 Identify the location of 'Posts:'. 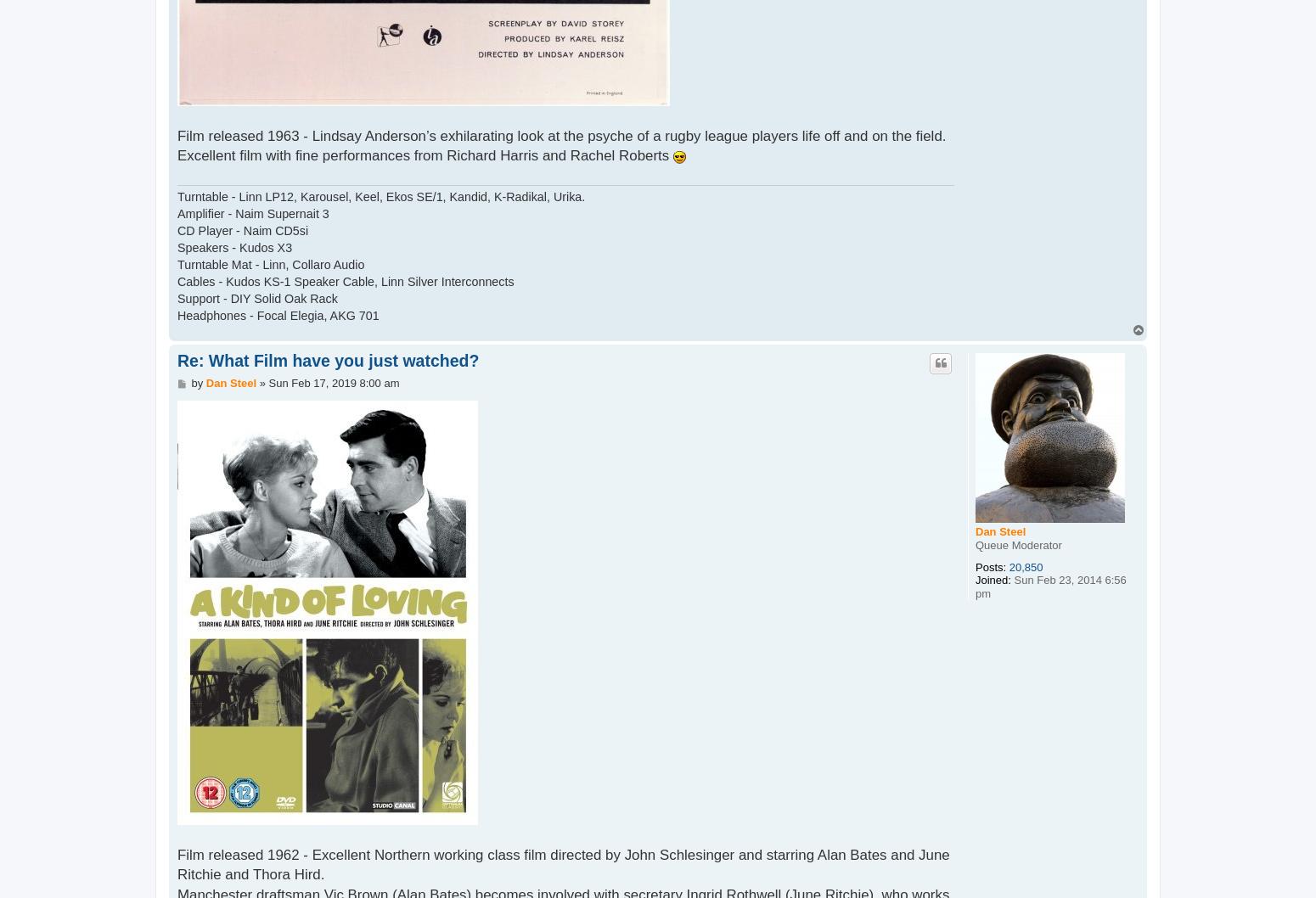
(990, 565).